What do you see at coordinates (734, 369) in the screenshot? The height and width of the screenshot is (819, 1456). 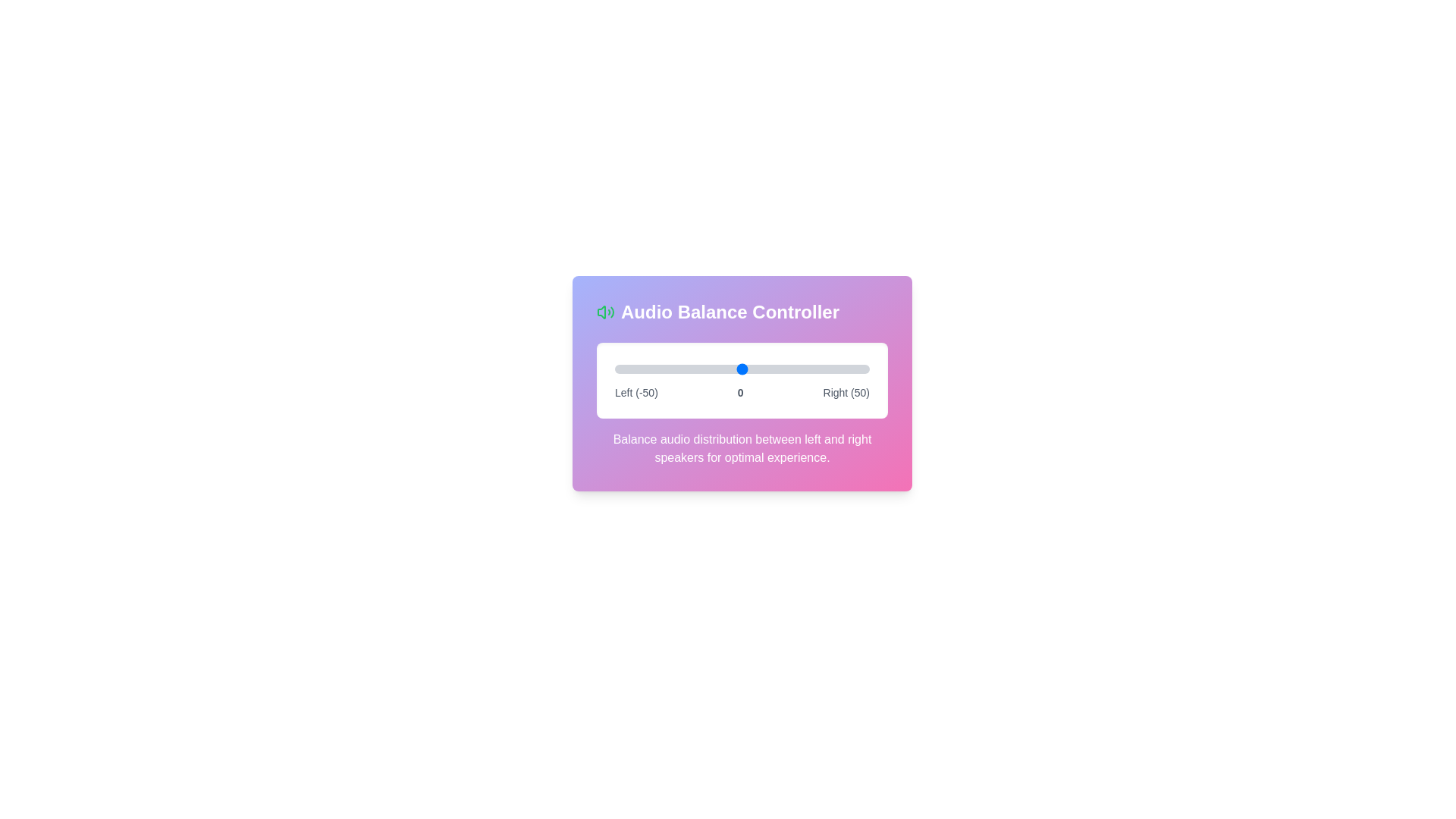 I see `the balance slider to set the audio balance to -3` at bounding box center [734, 369].